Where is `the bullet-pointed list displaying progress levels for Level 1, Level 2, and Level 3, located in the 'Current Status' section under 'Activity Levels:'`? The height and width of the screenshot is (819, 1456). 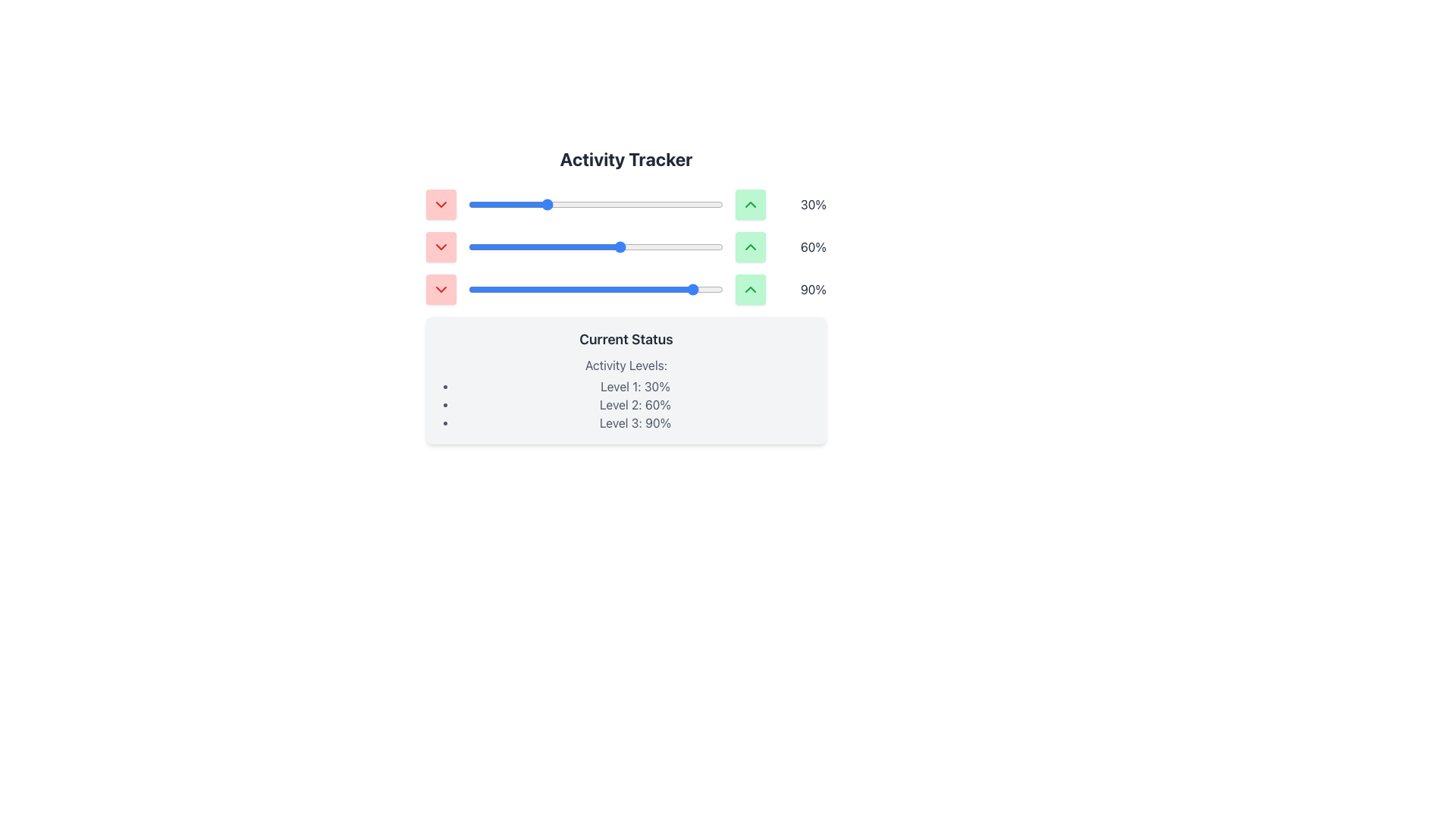
the bullet-pointed list displaying progress levels for Level 1, Level 2, and Level 3, located in the 'Current Status' section under 'Activity Levels:' is located at coordinates (635, 403).